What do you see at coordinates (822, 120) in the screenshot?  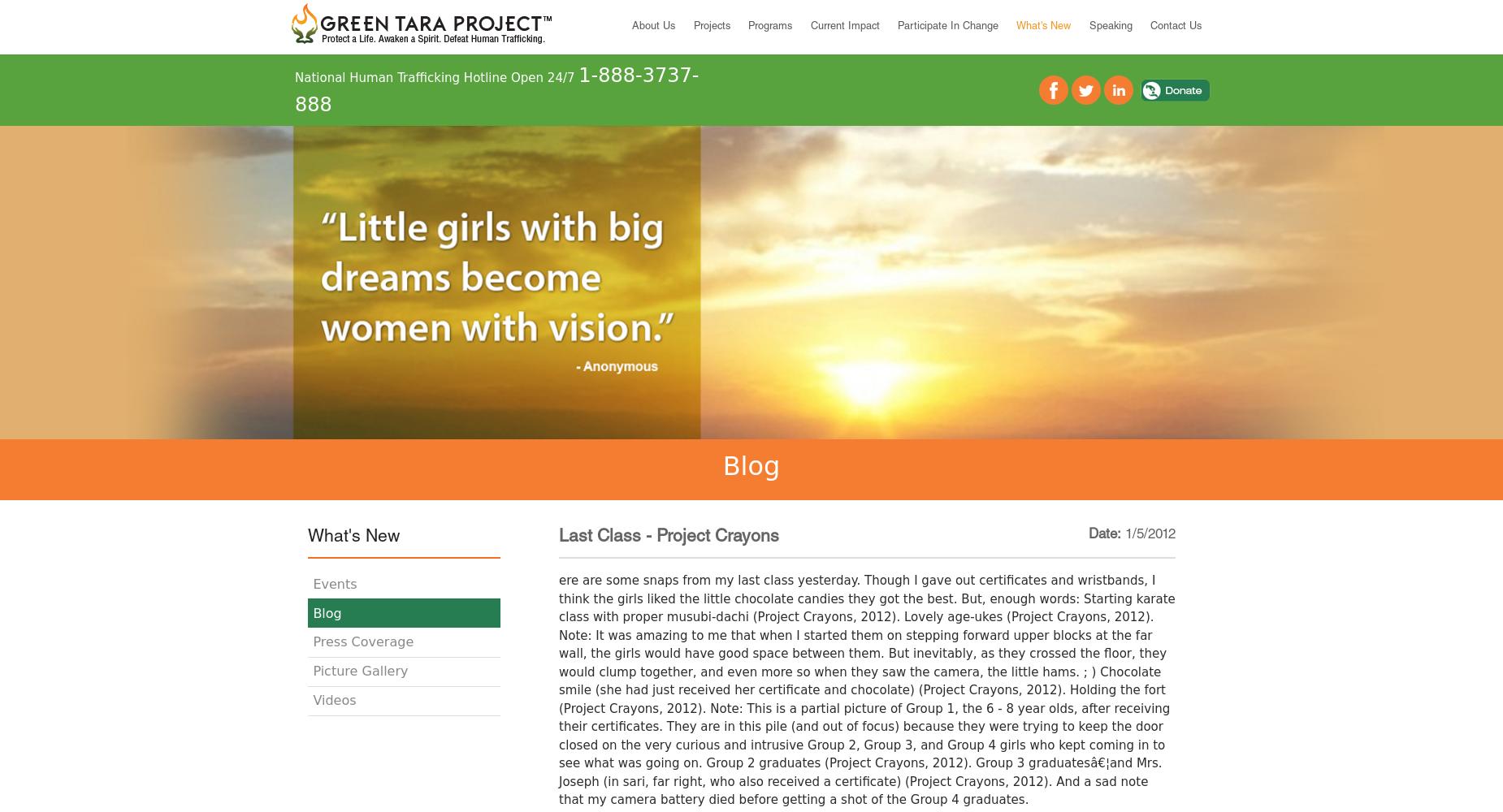 I see `'Executive Board'` at bounding box center [822, 120].